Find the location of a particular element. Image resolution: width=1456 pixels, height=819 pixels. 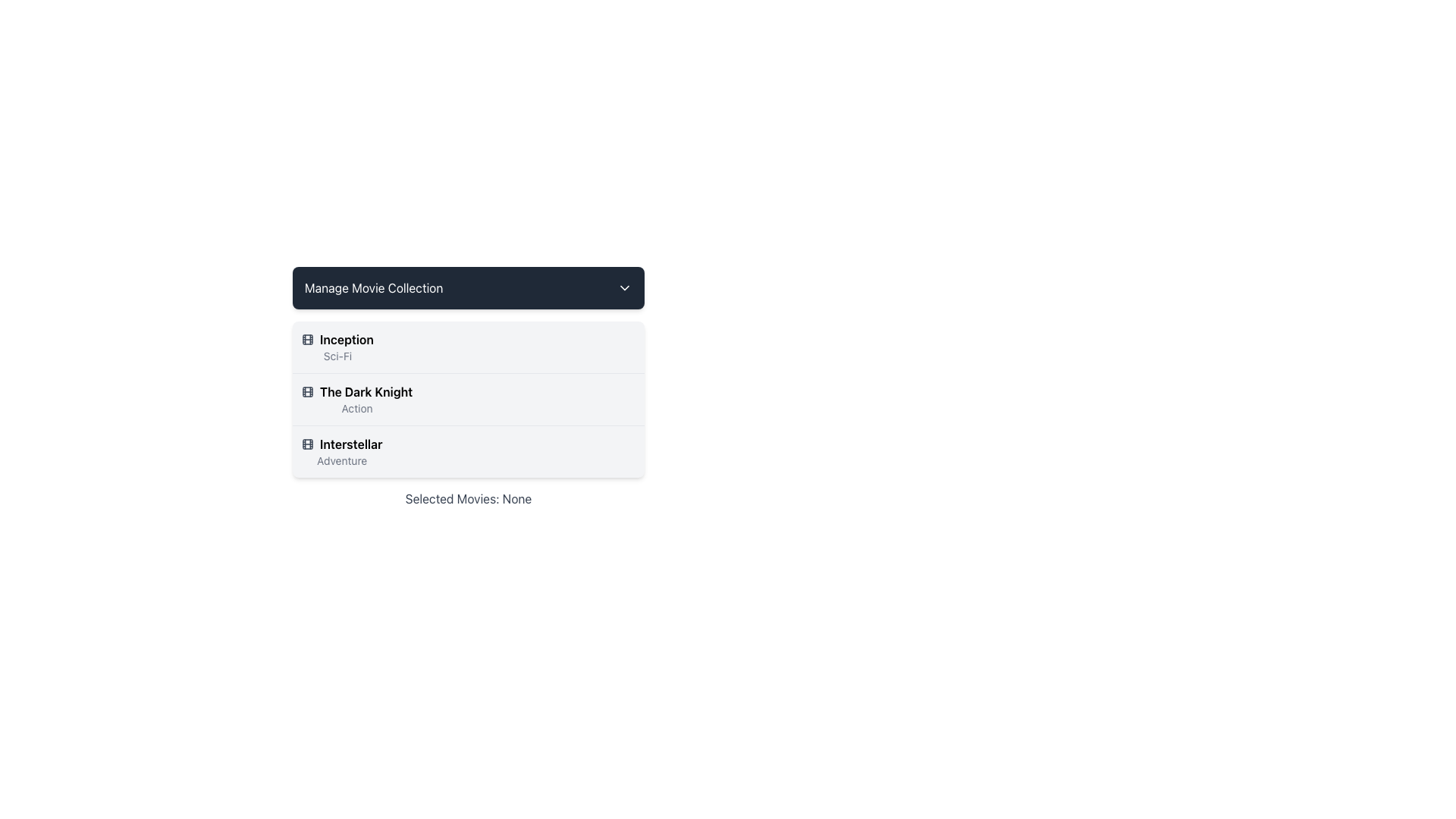

the small chevron-down icon located at the right-end of the 'Manage Movie Collection' header bar is located at coordinates (625, 288).